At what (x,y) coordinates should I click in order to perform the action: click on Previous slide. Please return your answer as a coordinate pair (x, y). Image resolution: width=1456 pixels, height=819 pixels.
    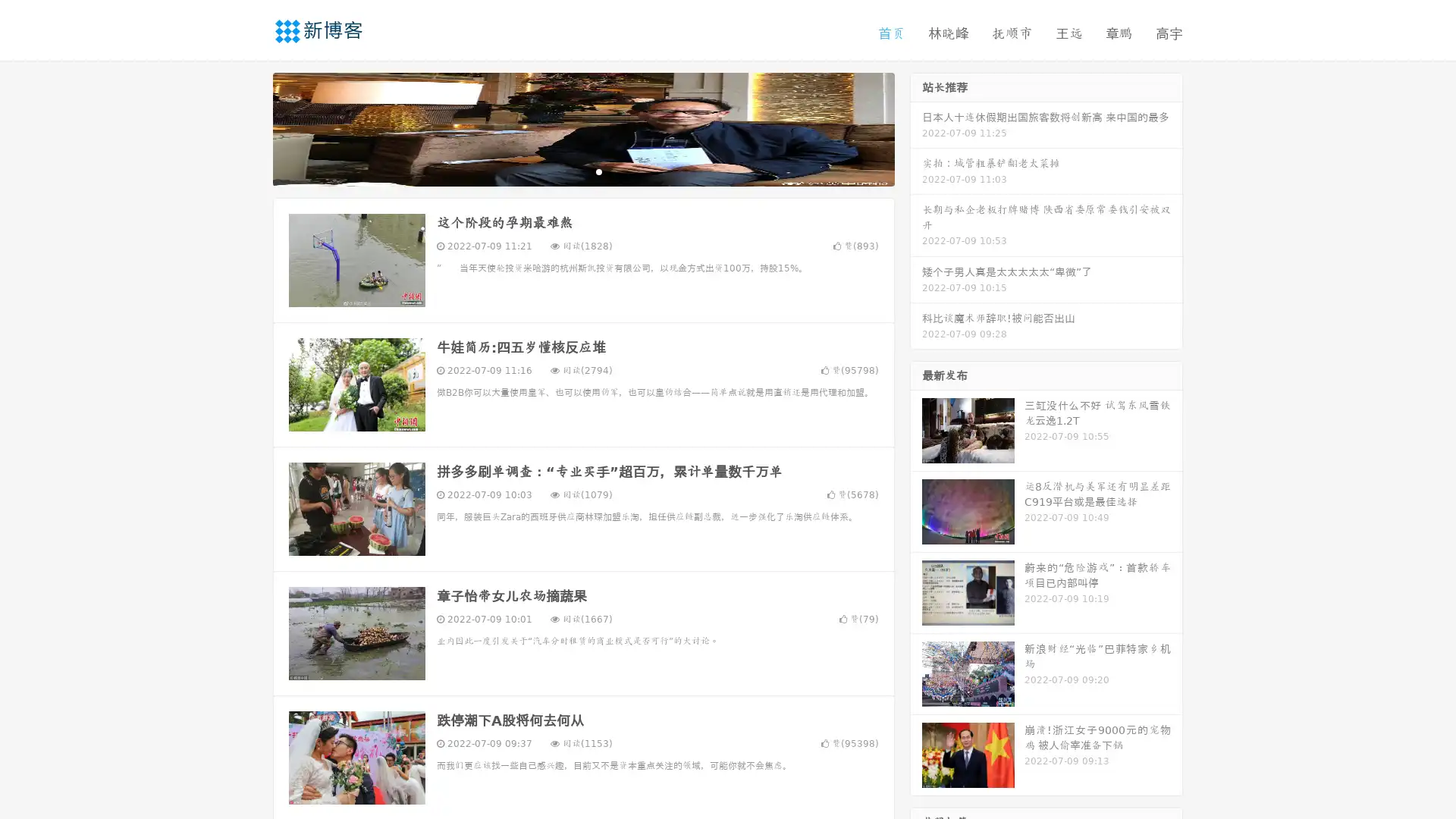
    Looking at the image, I should click on (250, 127).